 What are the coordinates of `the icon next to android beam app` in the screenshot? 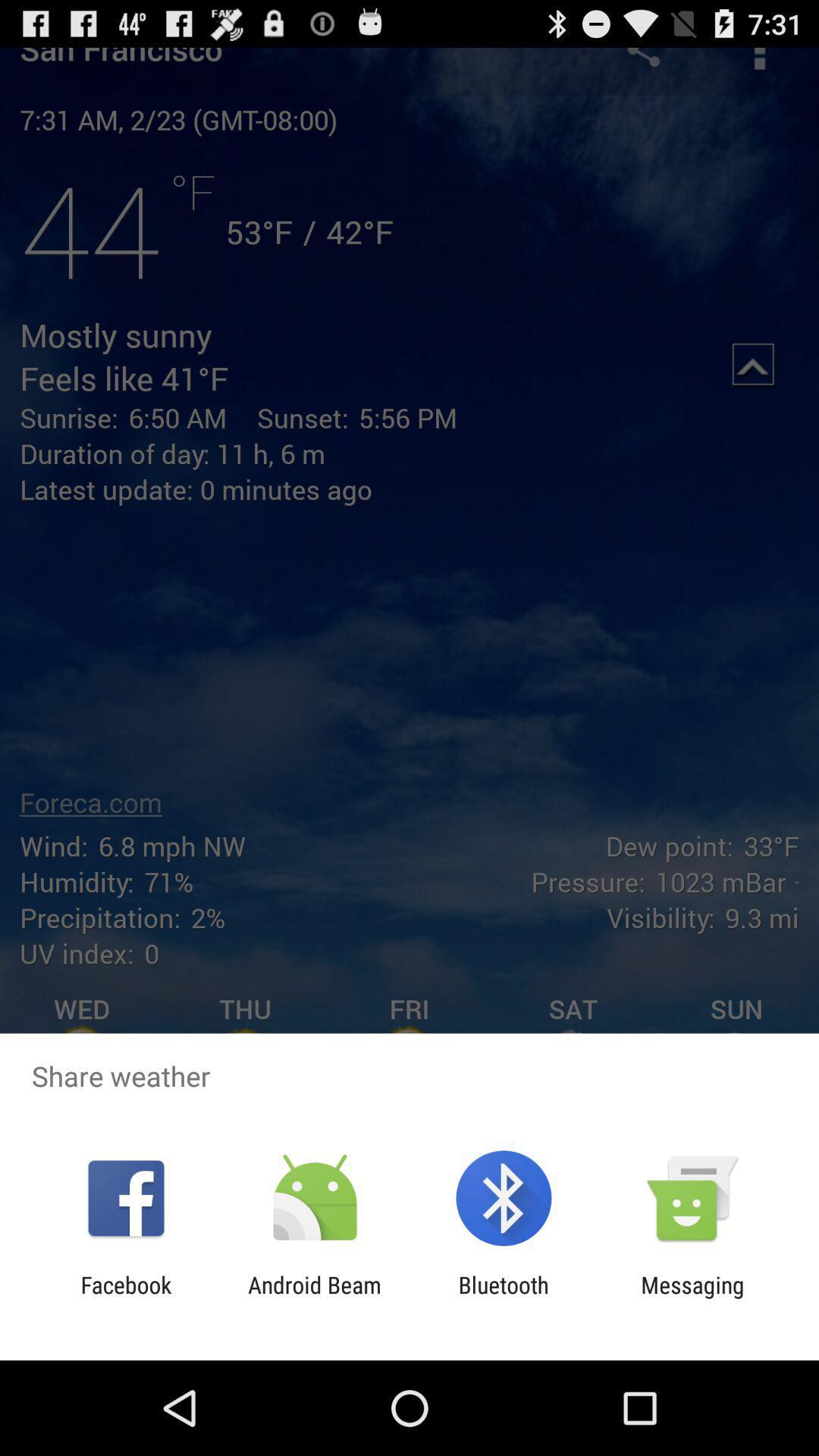 It's located at (504, 1298).